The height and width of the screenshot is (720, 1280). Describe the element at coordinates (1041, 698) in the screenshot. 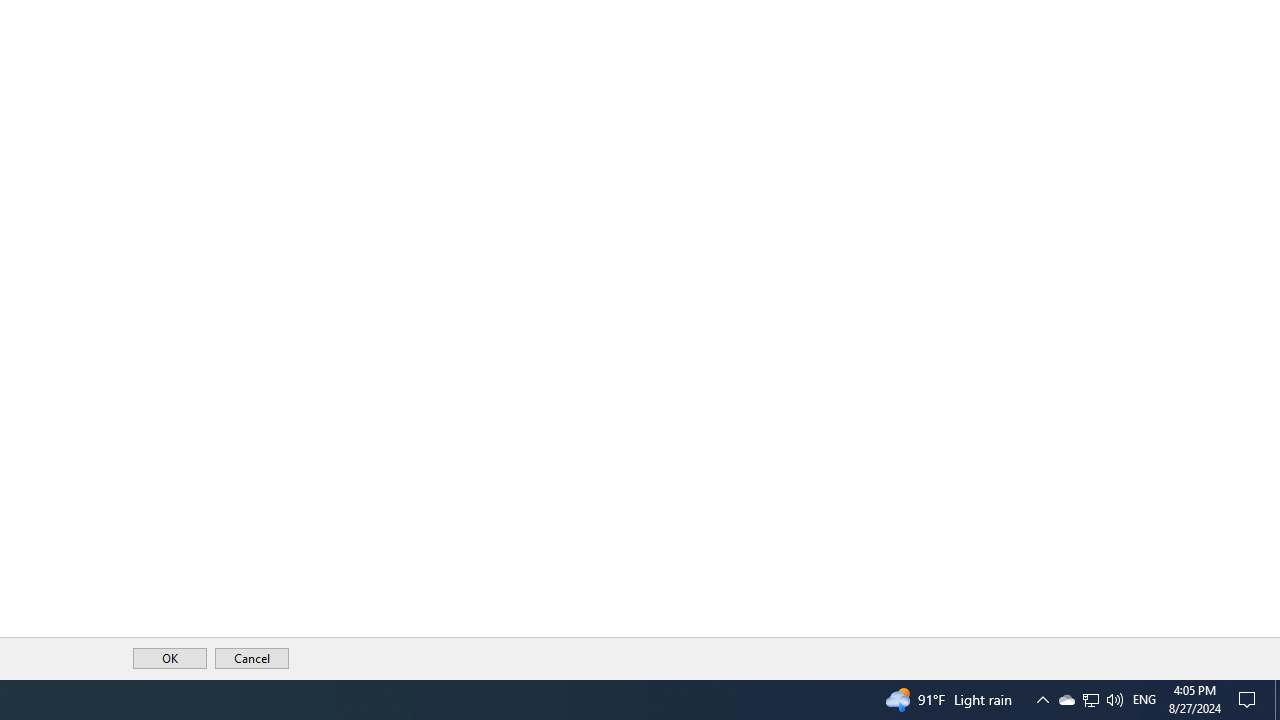

I see `'Notification Chevron'` at that location.